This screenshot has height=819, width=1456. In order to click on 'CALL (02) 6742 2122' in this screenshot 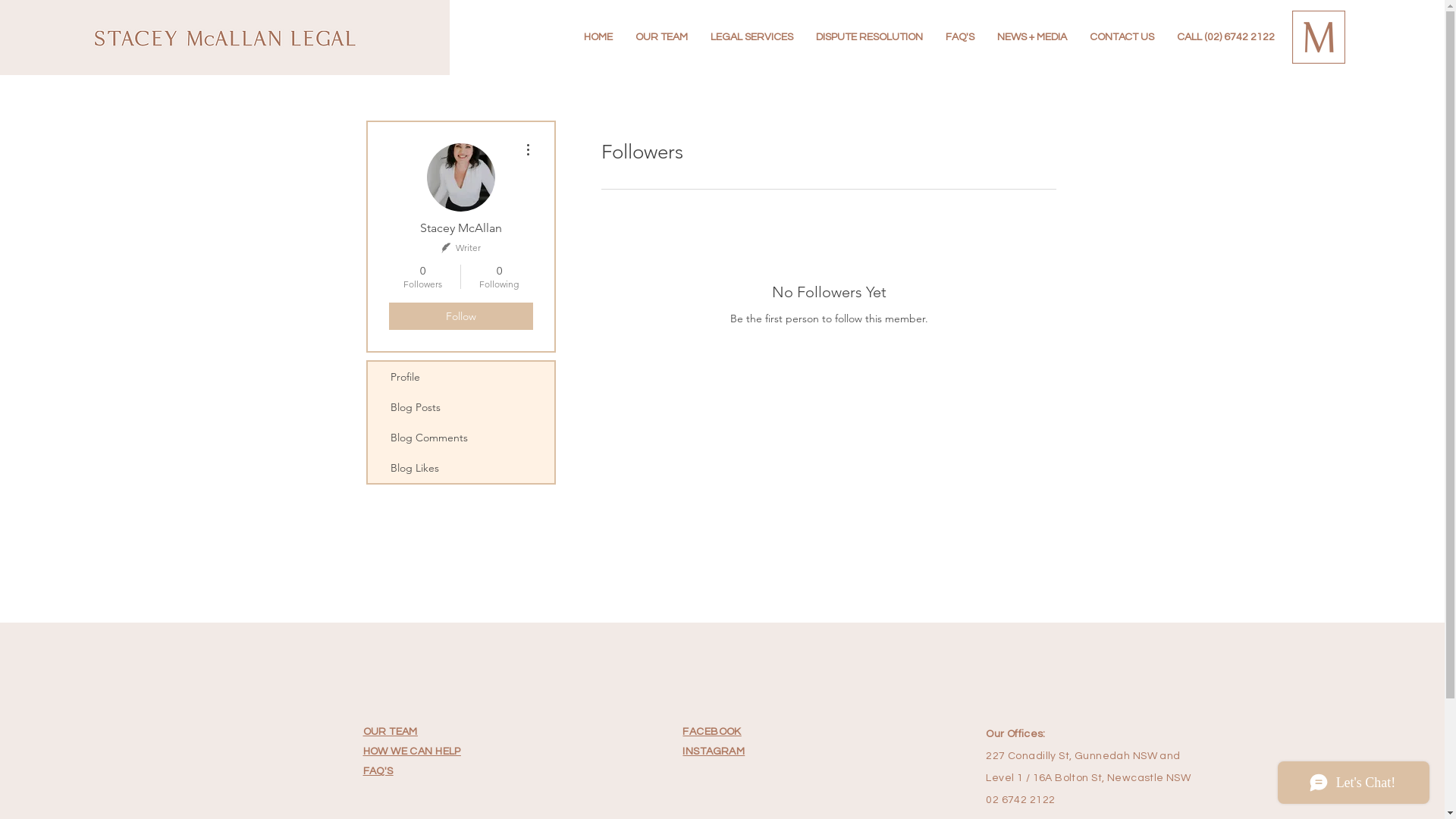, I will do `click(1164, 36)`.